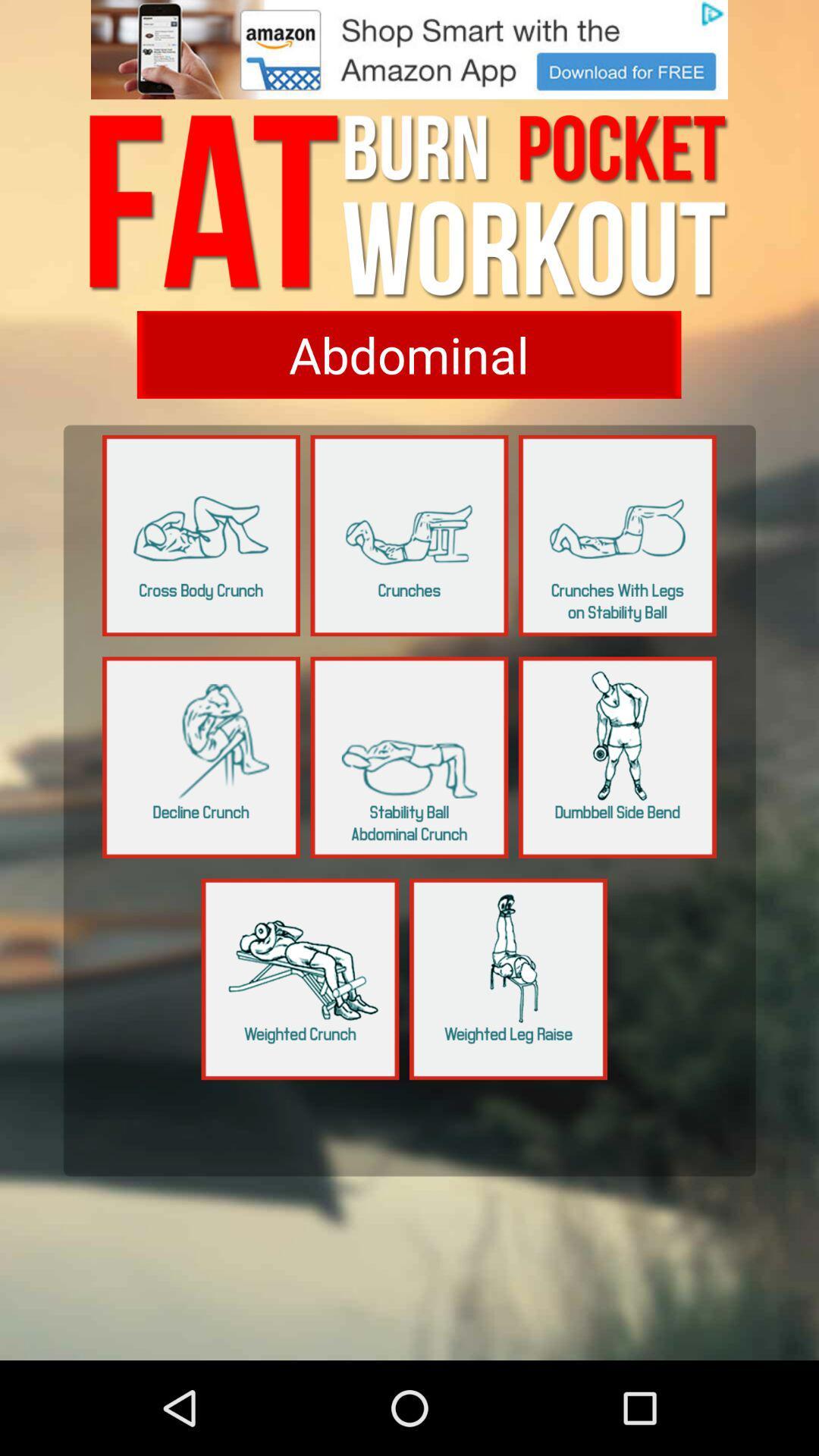 The image size is (819, 1456). What do you see at coordinates (408, 353) in the screenshot?
I see `choose workout type` at bounding box center [408, 353].